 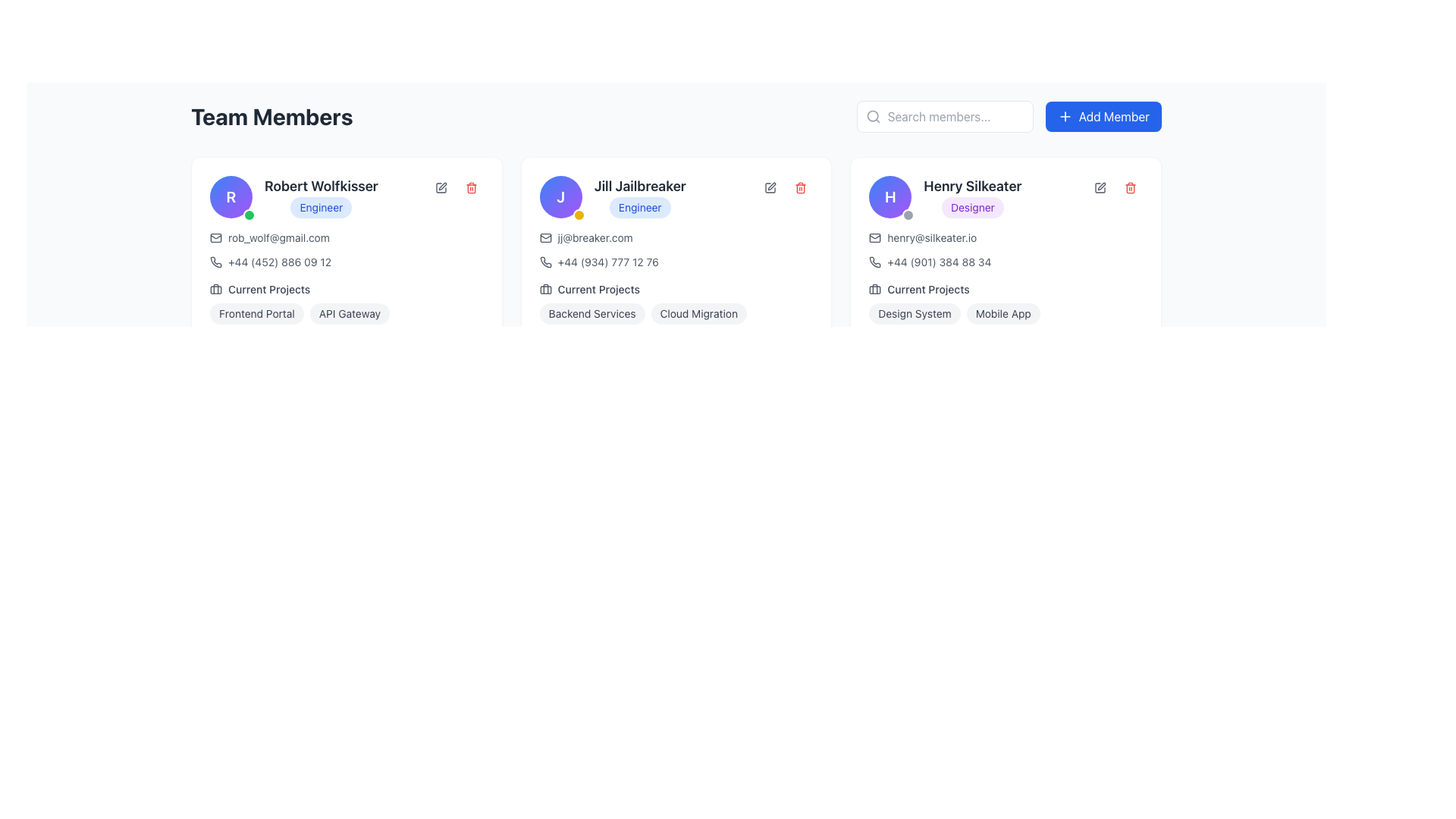 What do you see at coordinates (1006, 344) in the screenshot?
I see `the header label indicating the user's skills` at bounding box center [1006, 344].